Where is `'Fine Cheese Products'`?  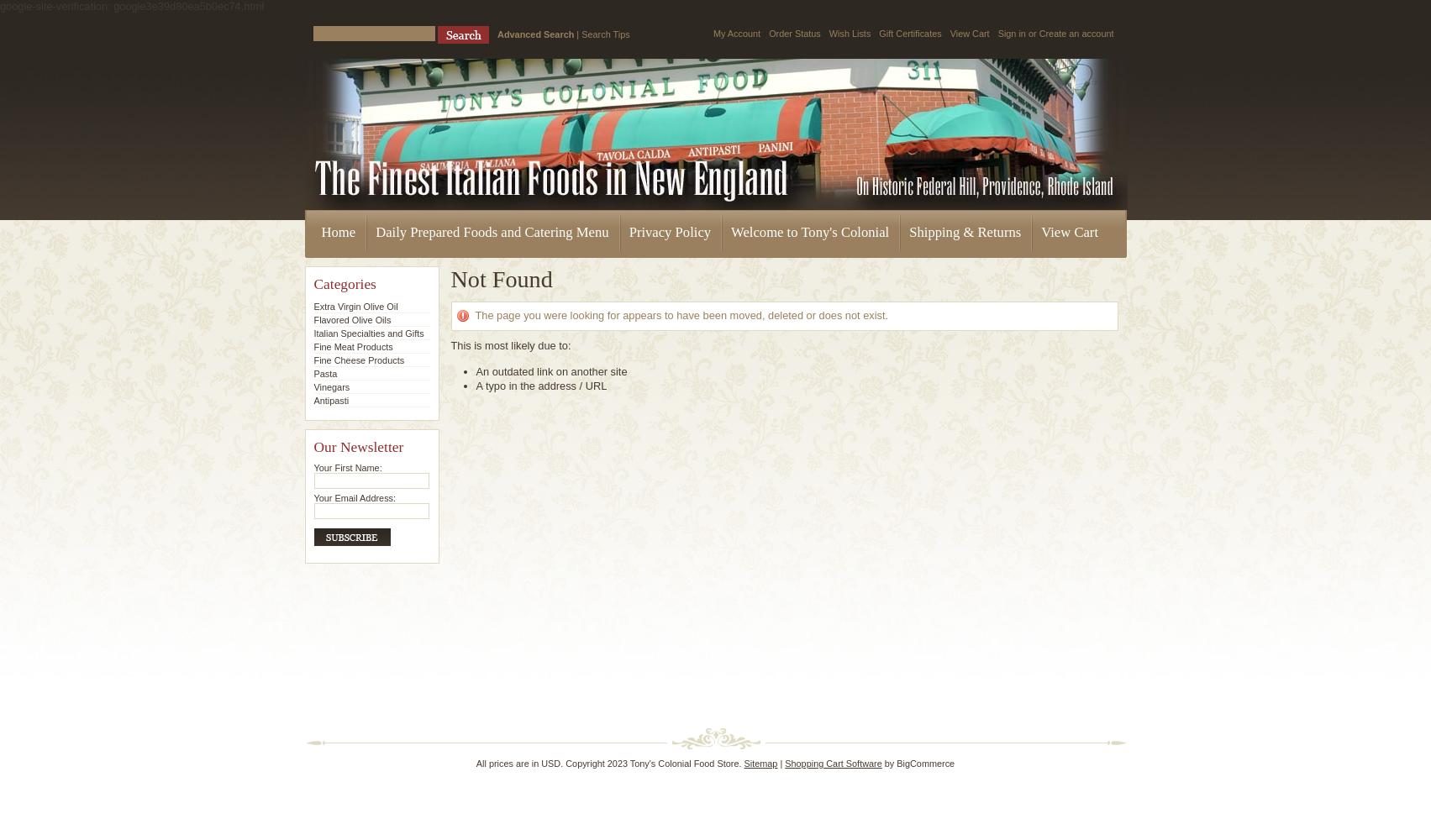 'Fine Cheese Products' is located at coordinates (358, 360).